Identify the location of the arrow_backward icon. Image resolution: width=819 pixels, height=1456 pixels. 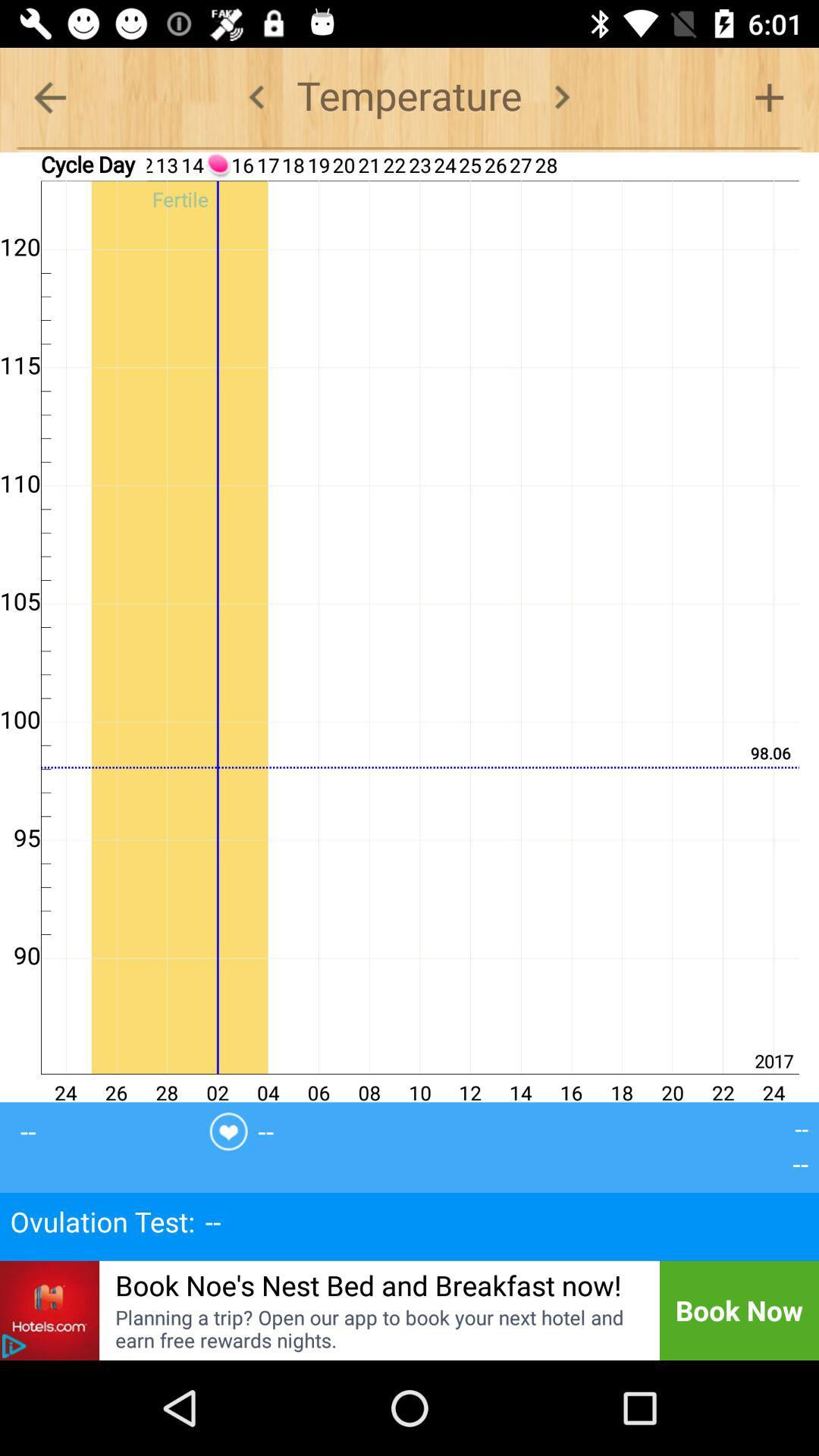
(256, 96).